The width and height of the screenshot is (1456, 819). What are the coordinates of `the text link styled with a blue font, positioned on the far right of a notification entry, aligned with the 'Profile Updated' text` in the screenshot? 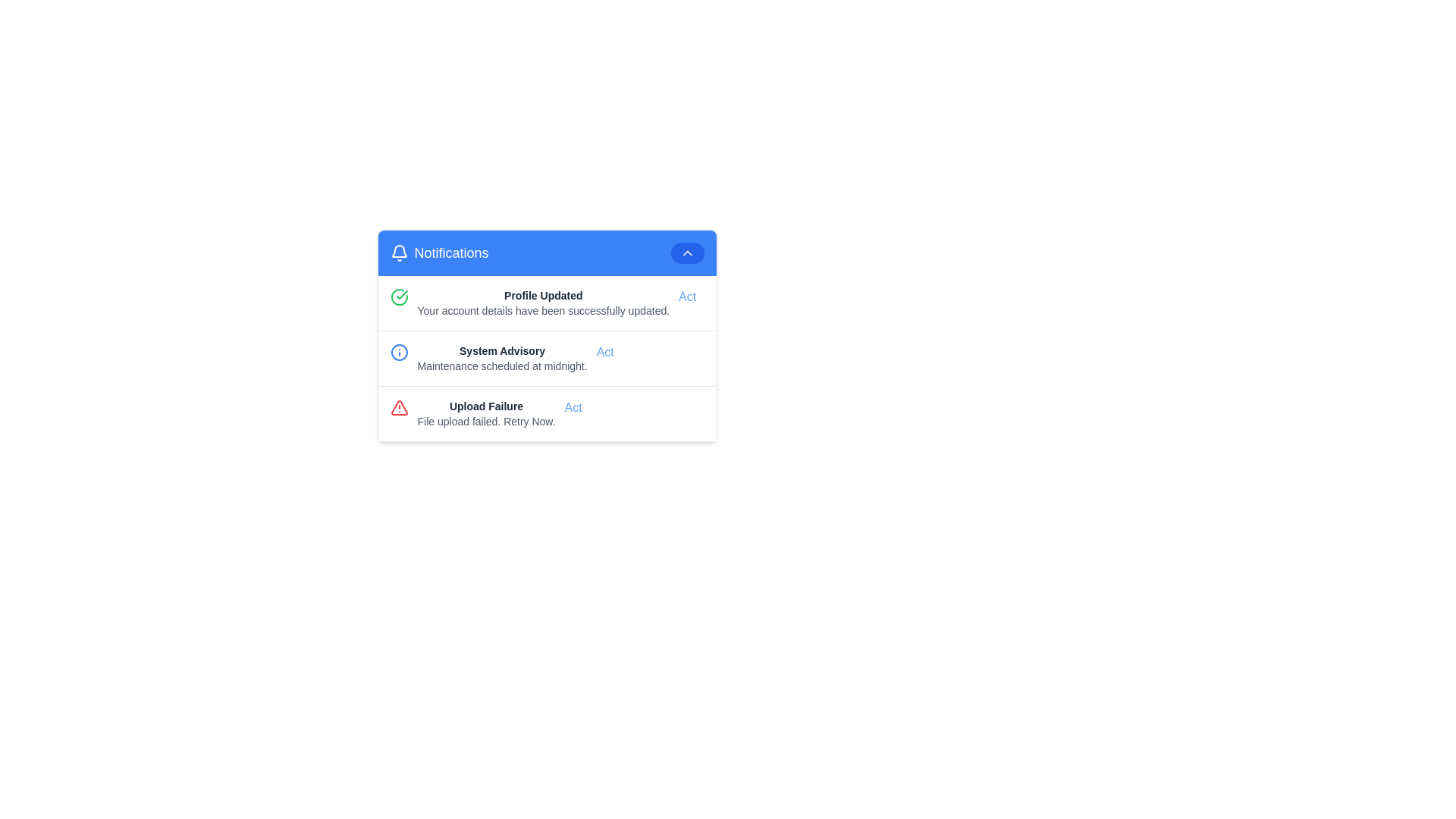 It's located at (686, 297).